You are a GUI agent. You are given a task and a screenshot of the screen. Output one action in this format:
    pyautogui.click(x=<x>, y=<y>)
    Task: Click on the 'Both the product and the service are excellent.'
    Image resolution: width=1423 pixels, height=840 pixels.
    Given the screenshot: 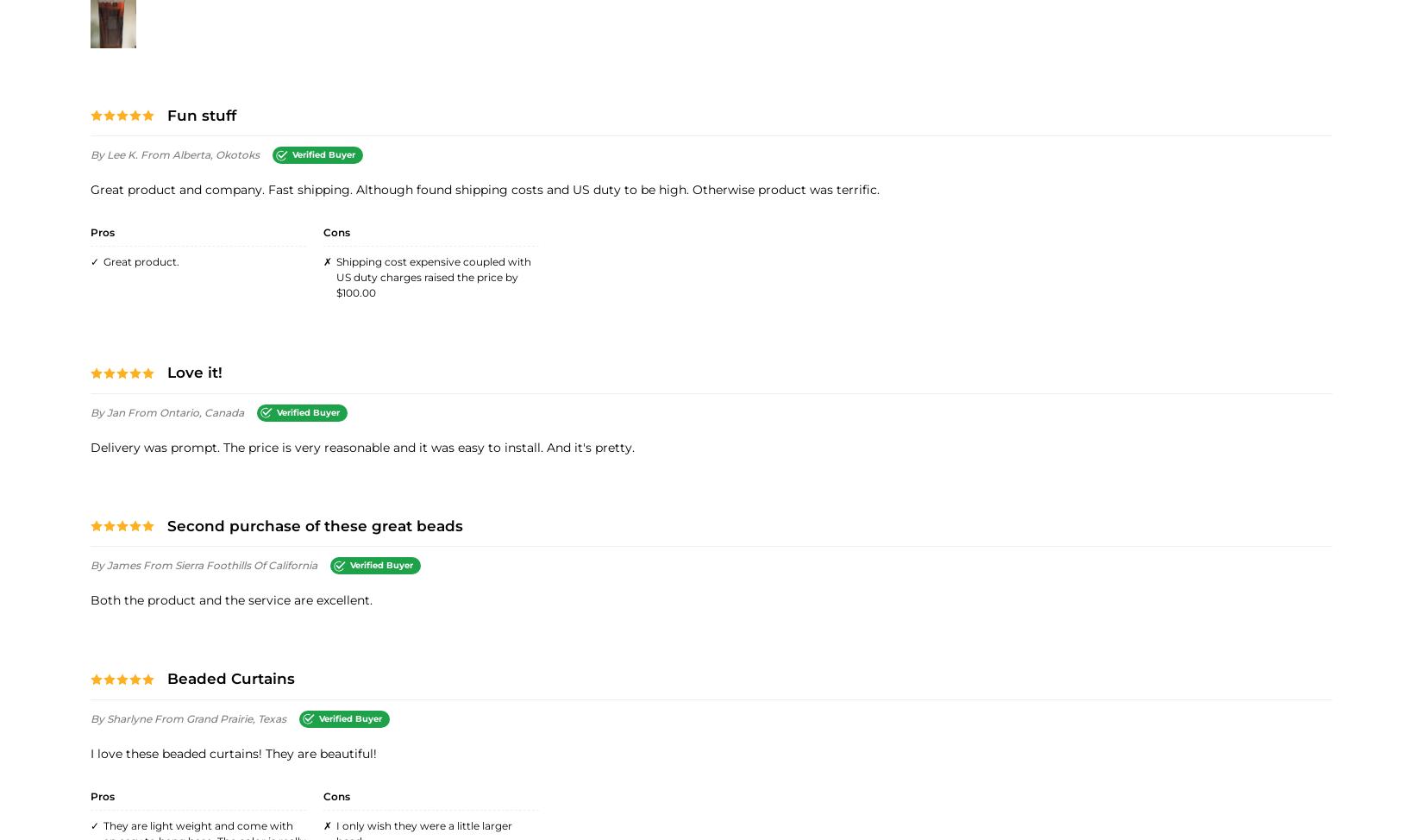 What is the action you would take?
    pyautogui.click(x=90, y=600)
    